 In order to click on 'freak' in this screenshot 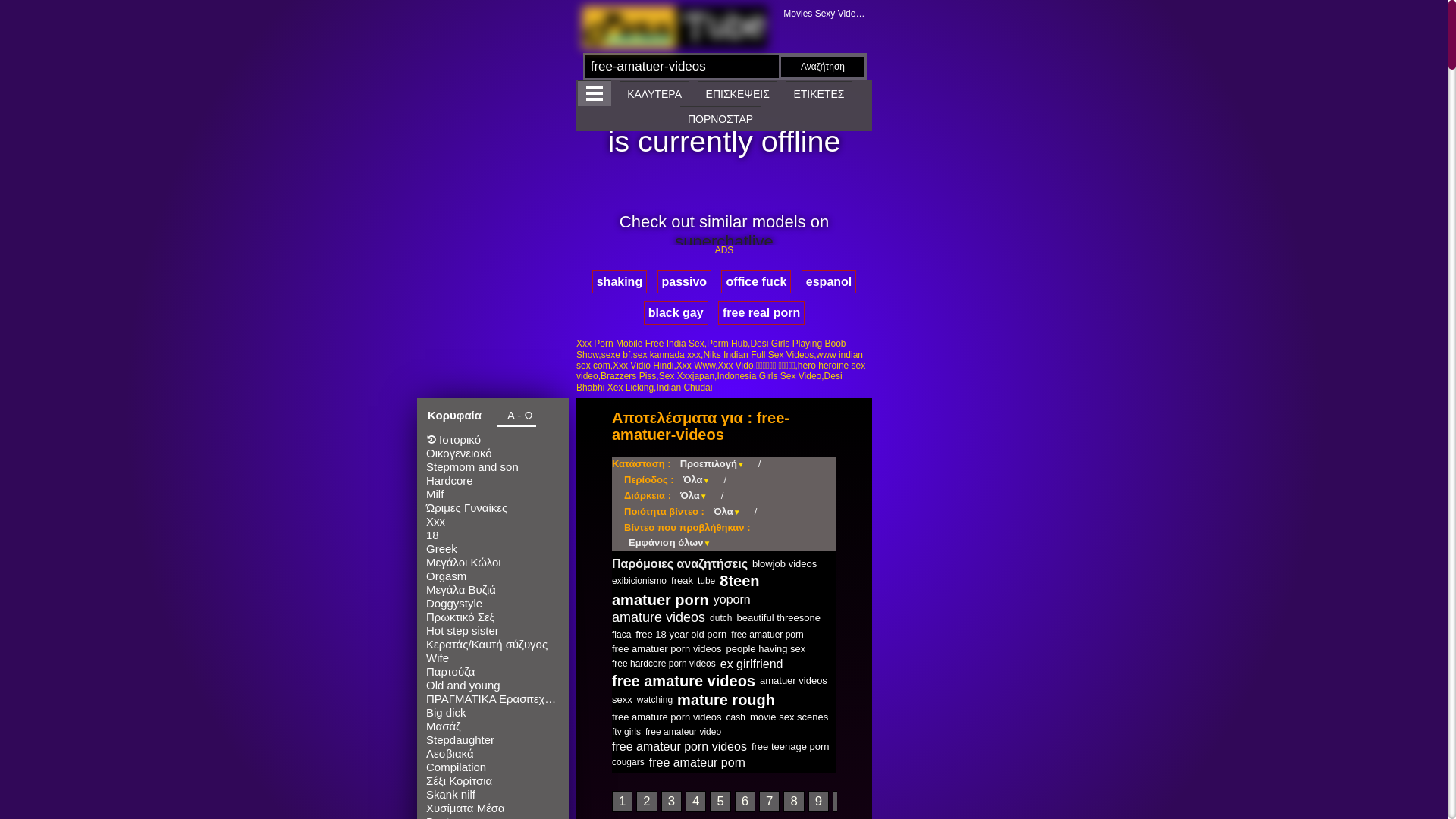, I will do `click(681, 580)`.